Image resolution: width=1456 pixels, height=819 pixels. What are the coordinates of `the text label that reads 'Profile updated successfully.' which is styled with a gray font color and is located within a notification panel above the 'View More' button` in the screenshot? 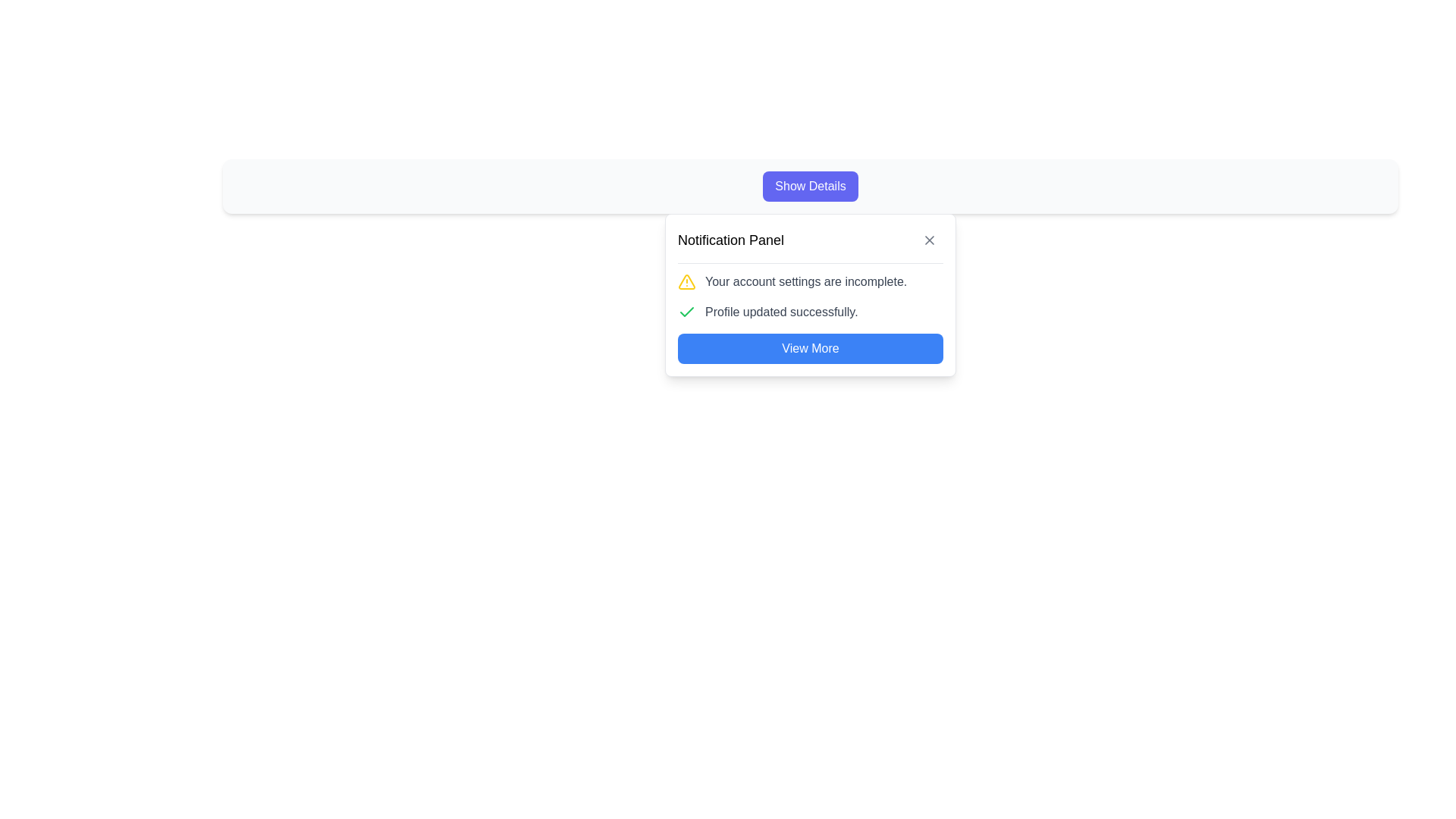 It's located at (781, 312).